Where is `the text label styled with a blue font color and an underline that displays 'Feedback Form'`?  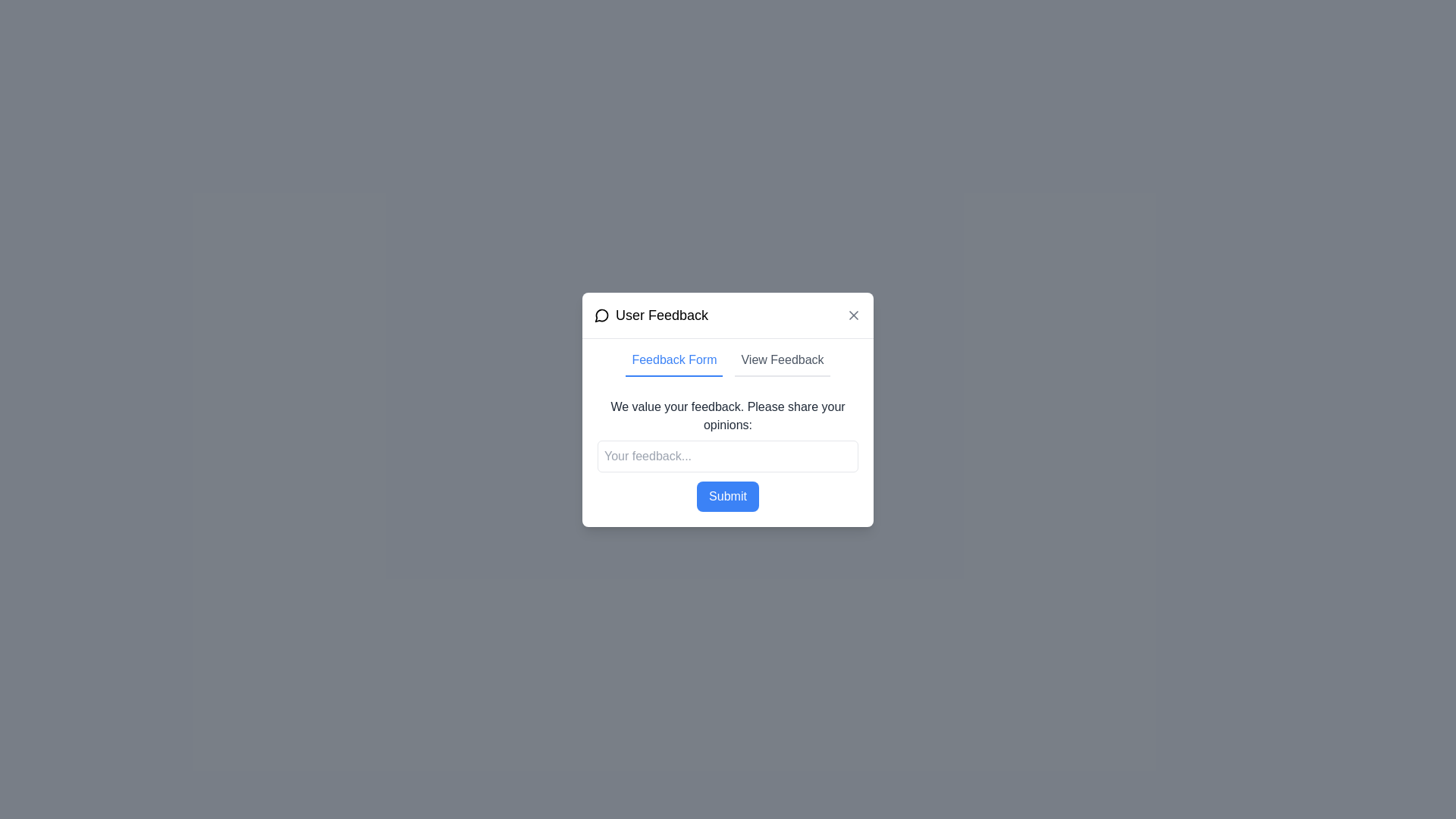
the text label styled with a blue font color and an underline that displays 'Feedback Form' is located at coordinates (673, 360).